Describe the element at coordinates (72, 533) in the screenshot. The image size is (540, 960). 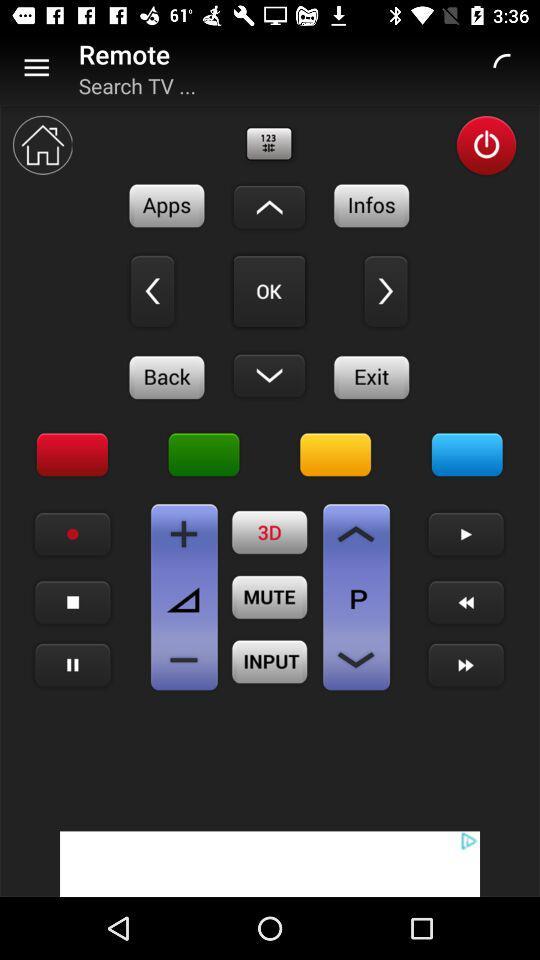
I see `tate button` at that location.